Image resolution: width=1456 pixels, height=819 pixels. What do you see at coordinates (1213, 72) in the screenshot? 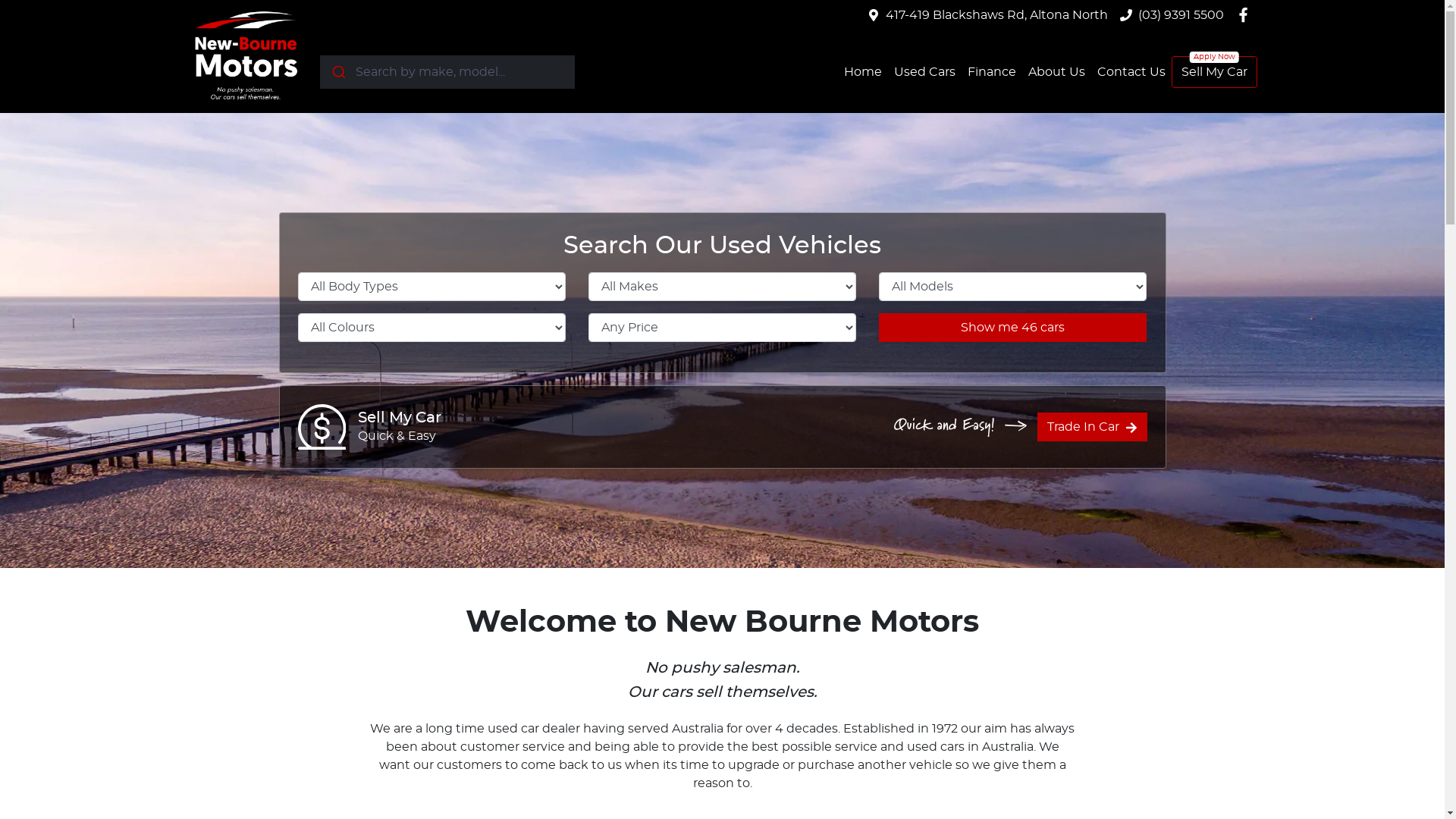
I see `'Sell My Car'` at bounding box center [1213, 72].